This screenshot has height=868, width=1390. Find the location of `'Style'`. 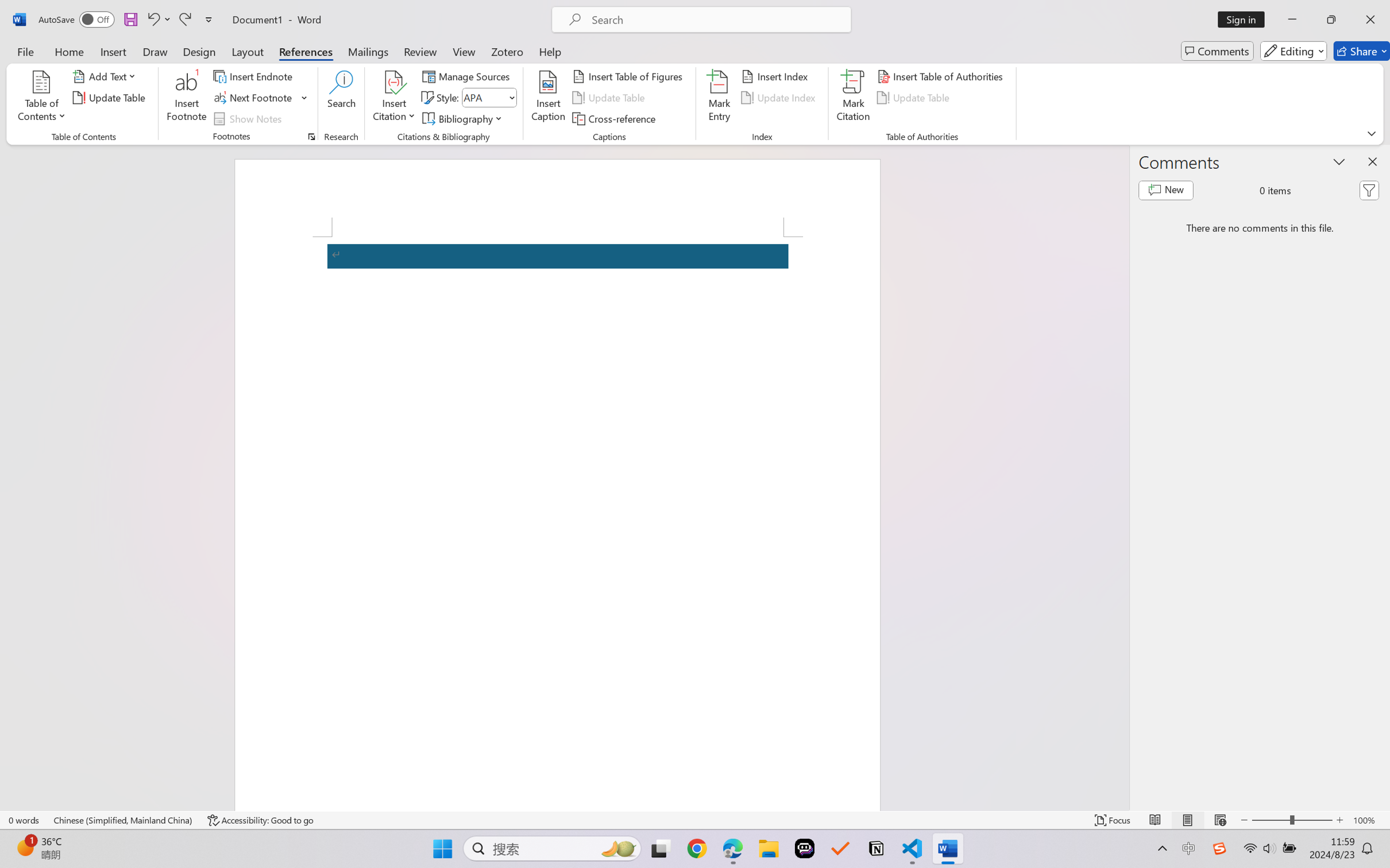

'Style' is located at coordinates (484, 96).